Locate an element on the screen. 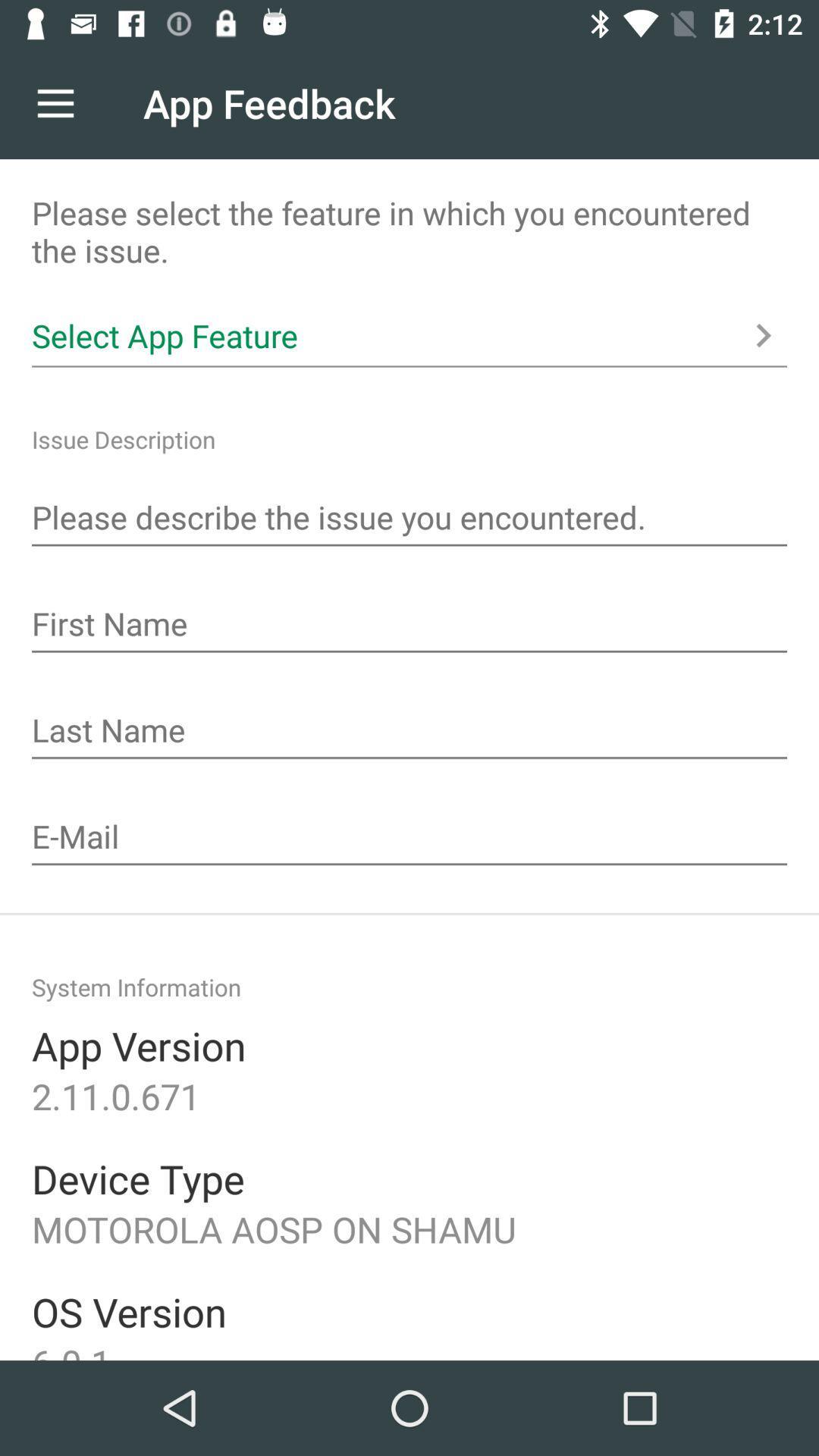  describe issue is located at coordinates (409, 519).